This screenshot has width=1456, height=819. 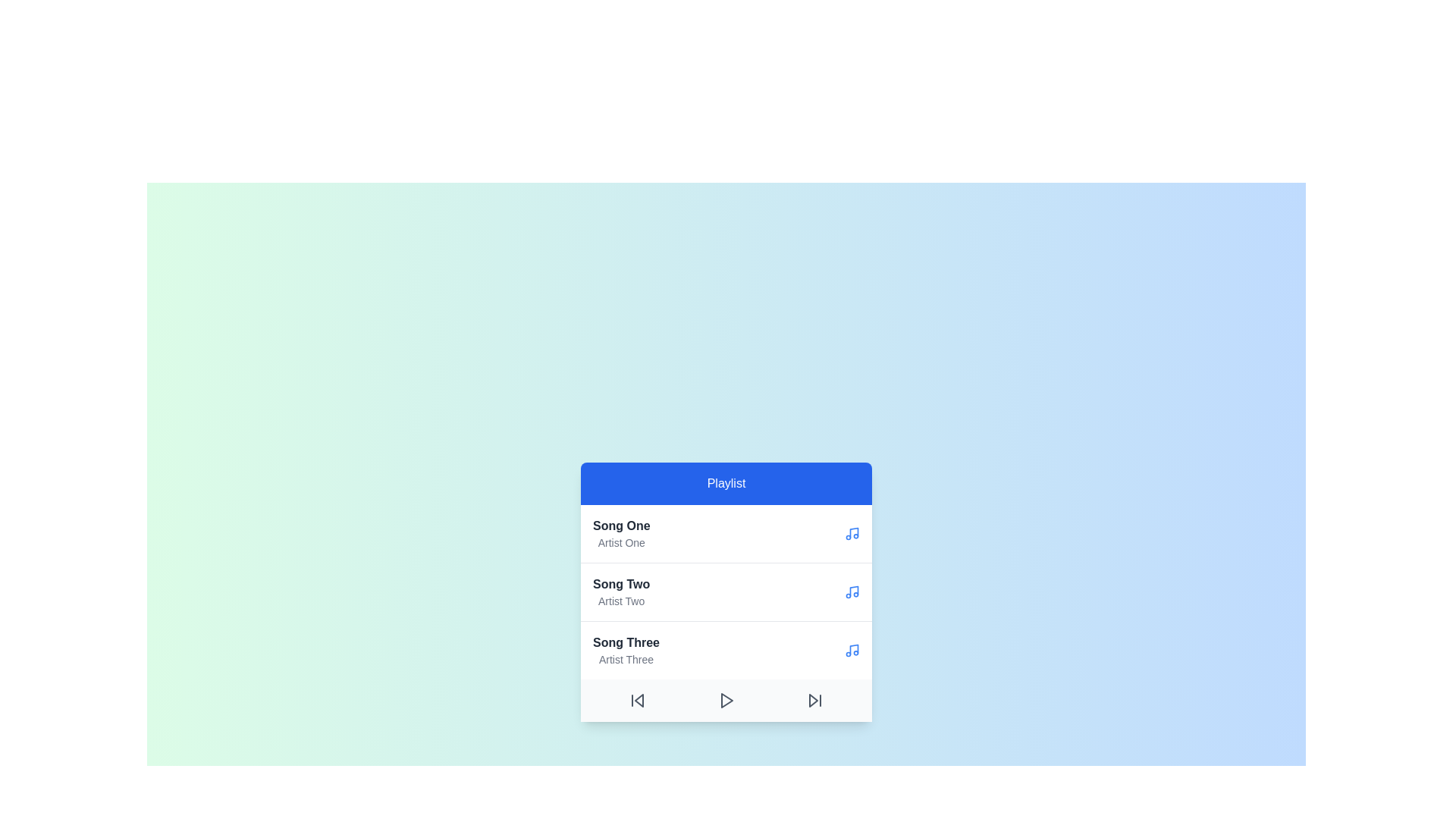 I want to click on the playlist title to interact with it, so click(x=726, y=483).